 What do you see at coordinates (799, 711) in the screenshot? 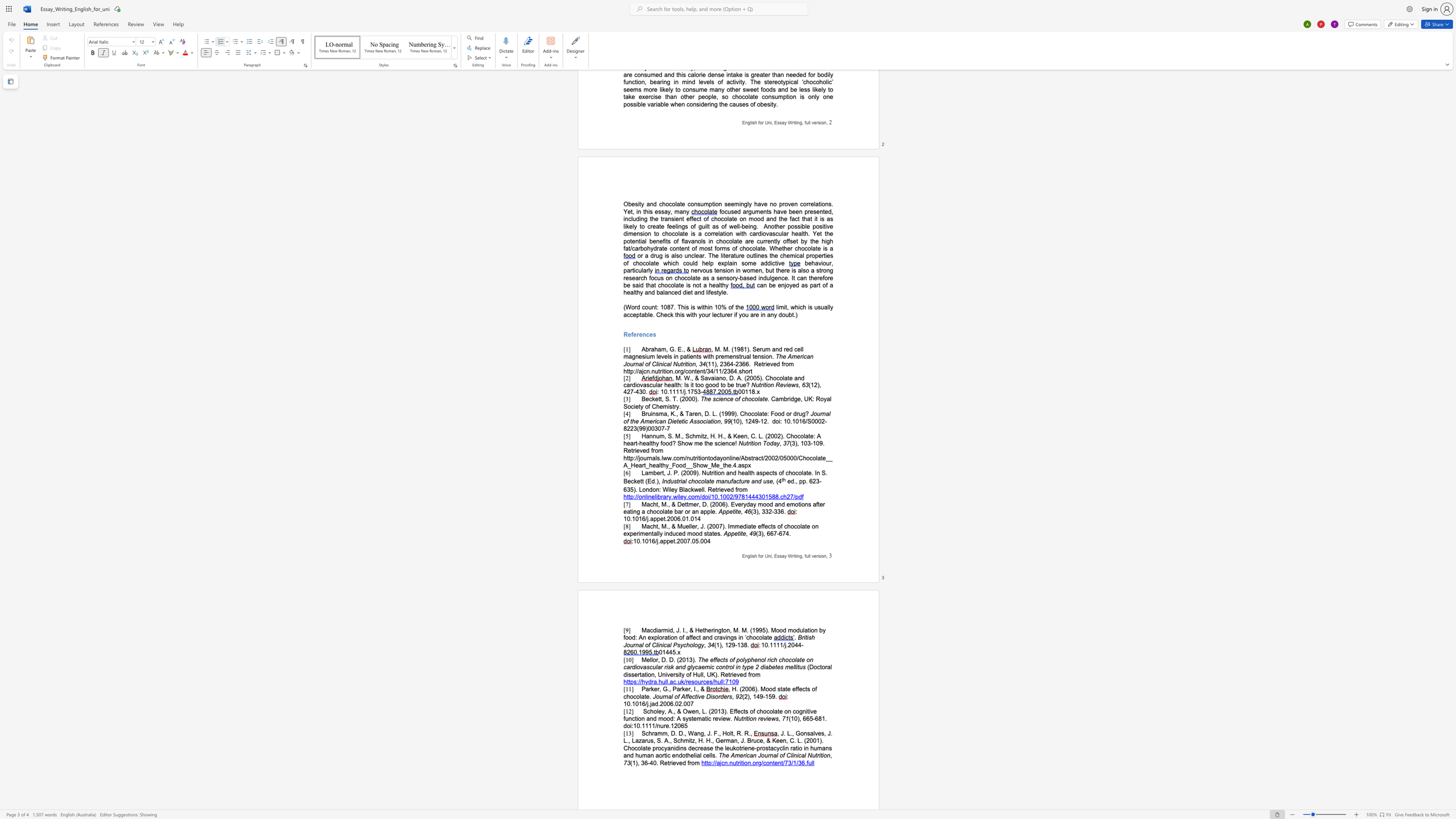
I see `the space between the continuous character "o" and "g" in the text` at bounding box center [799, 711].